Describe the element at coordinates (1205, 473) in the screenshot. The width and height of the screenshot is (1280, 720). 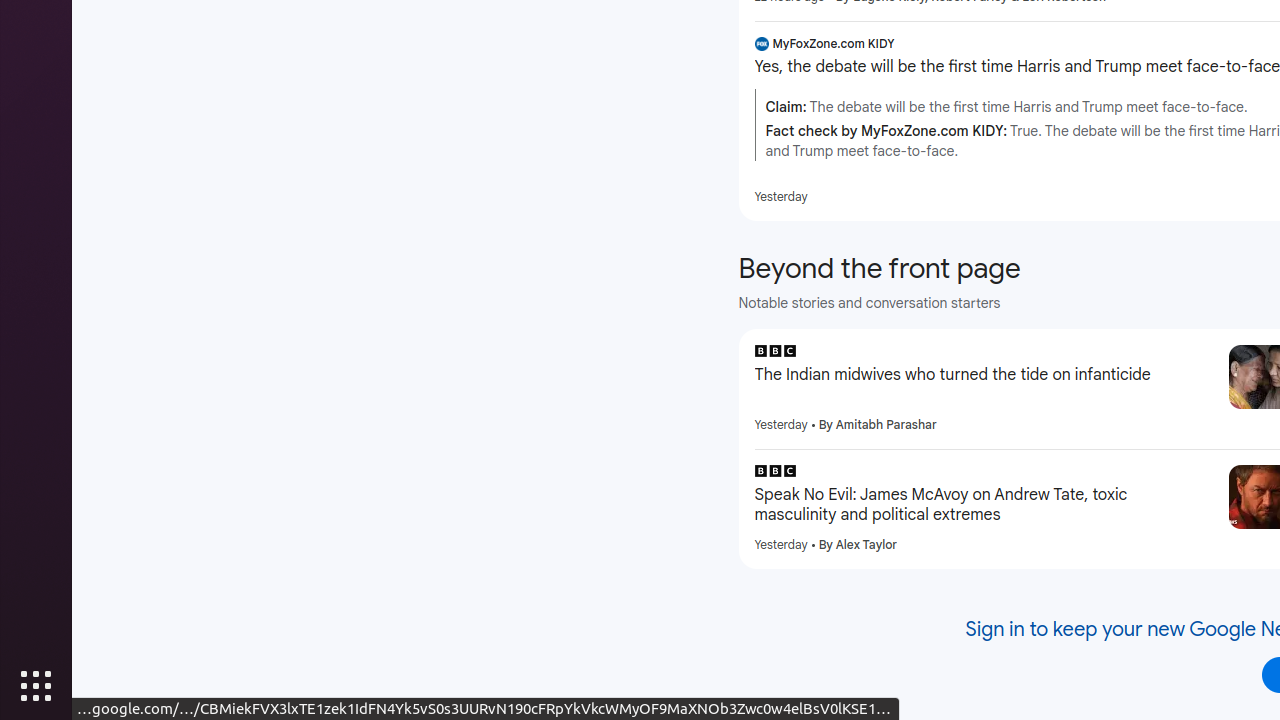
I see `'More - Speak No Evil: James McAvoy on Andrew Tate, toxic masculinity and political extremes'` at that location.